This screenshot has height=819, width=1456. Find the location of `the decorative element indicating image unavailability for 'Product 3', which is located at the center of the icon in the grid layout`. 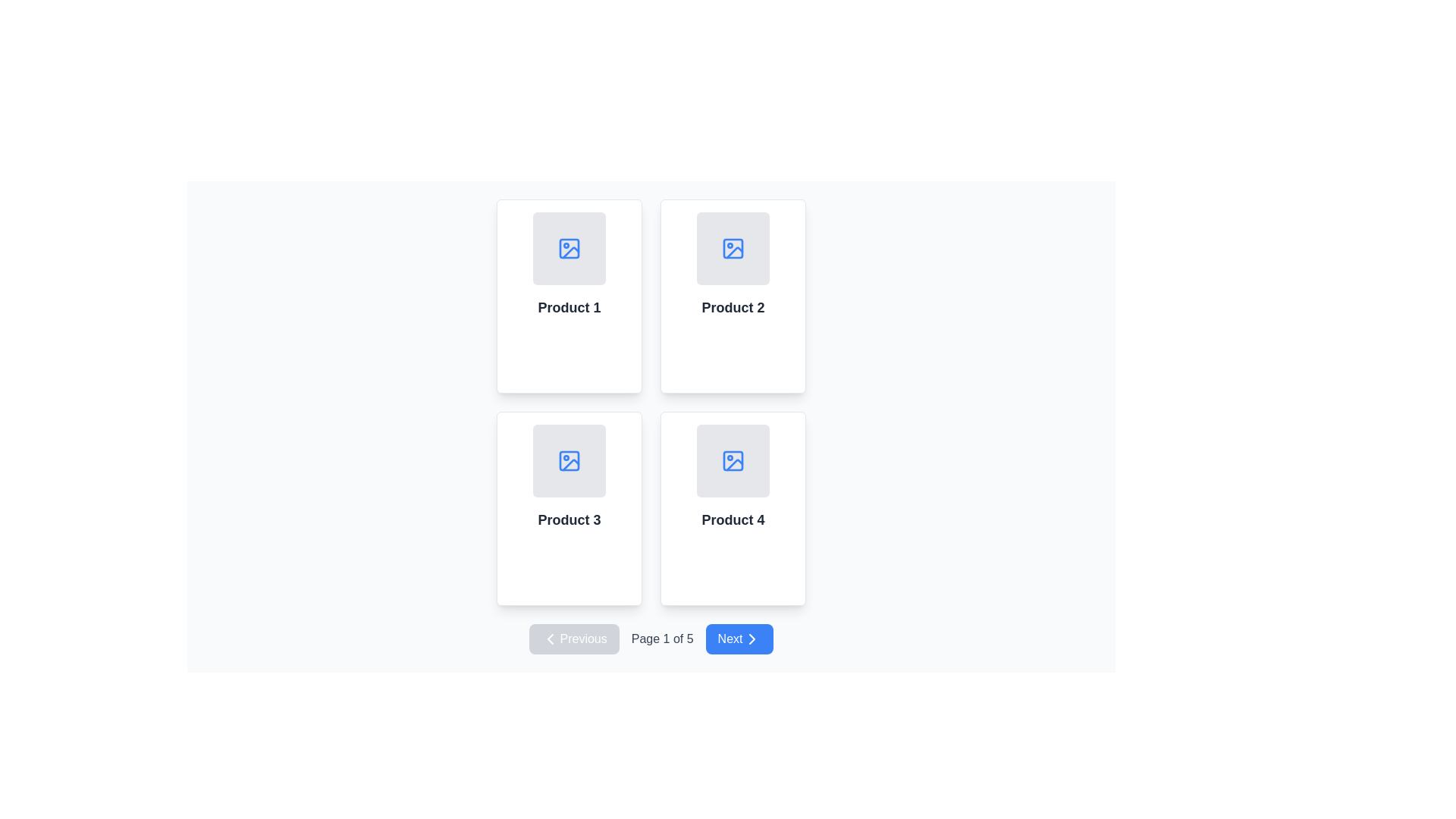

the decorative element indicating image unavailability for 'Product 3', which is located at the center of the icon in the grid layout is located at coordinates (568, 460).